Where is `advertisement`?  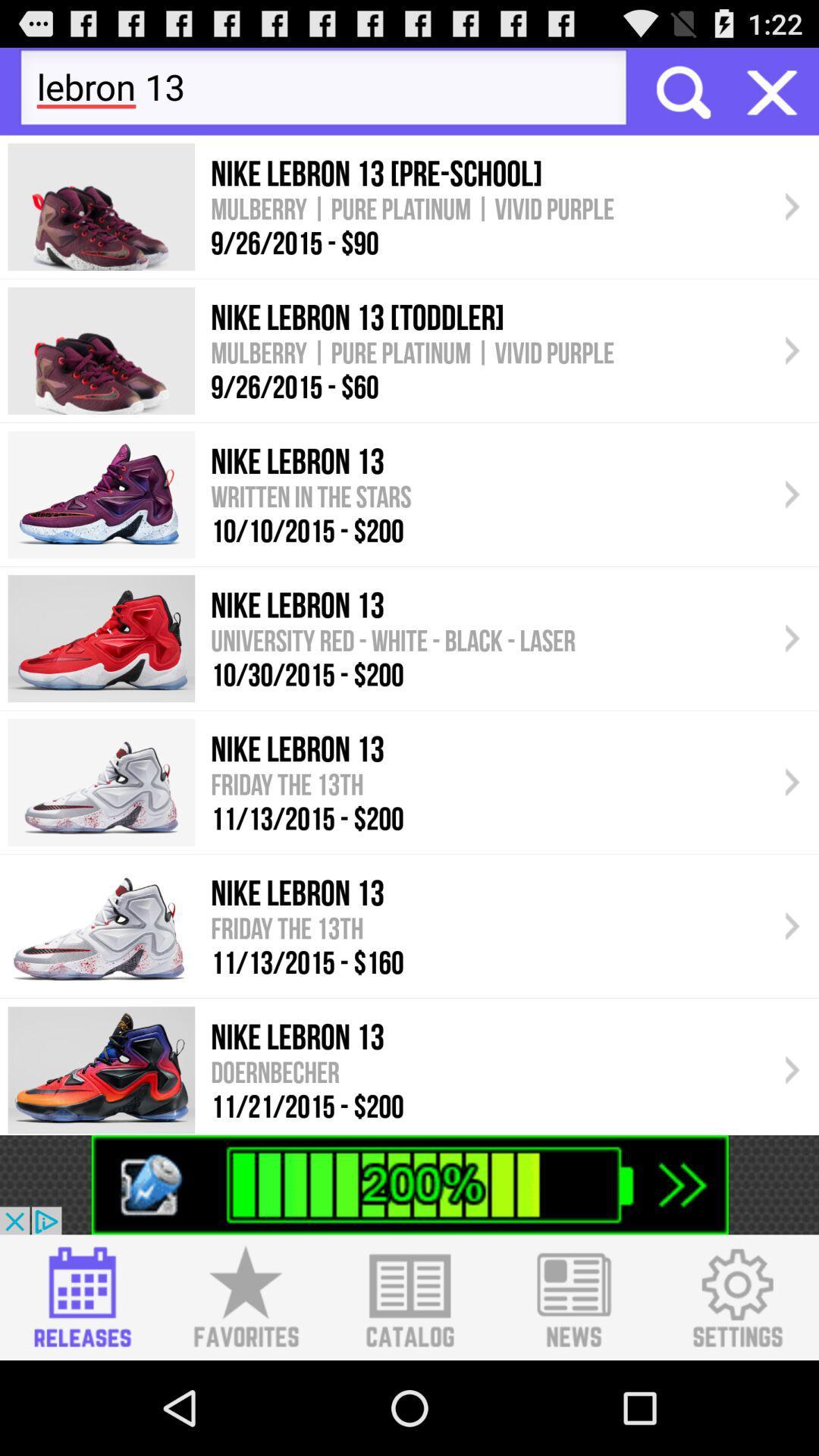
advertisement is located at coordinates (409, 1184).